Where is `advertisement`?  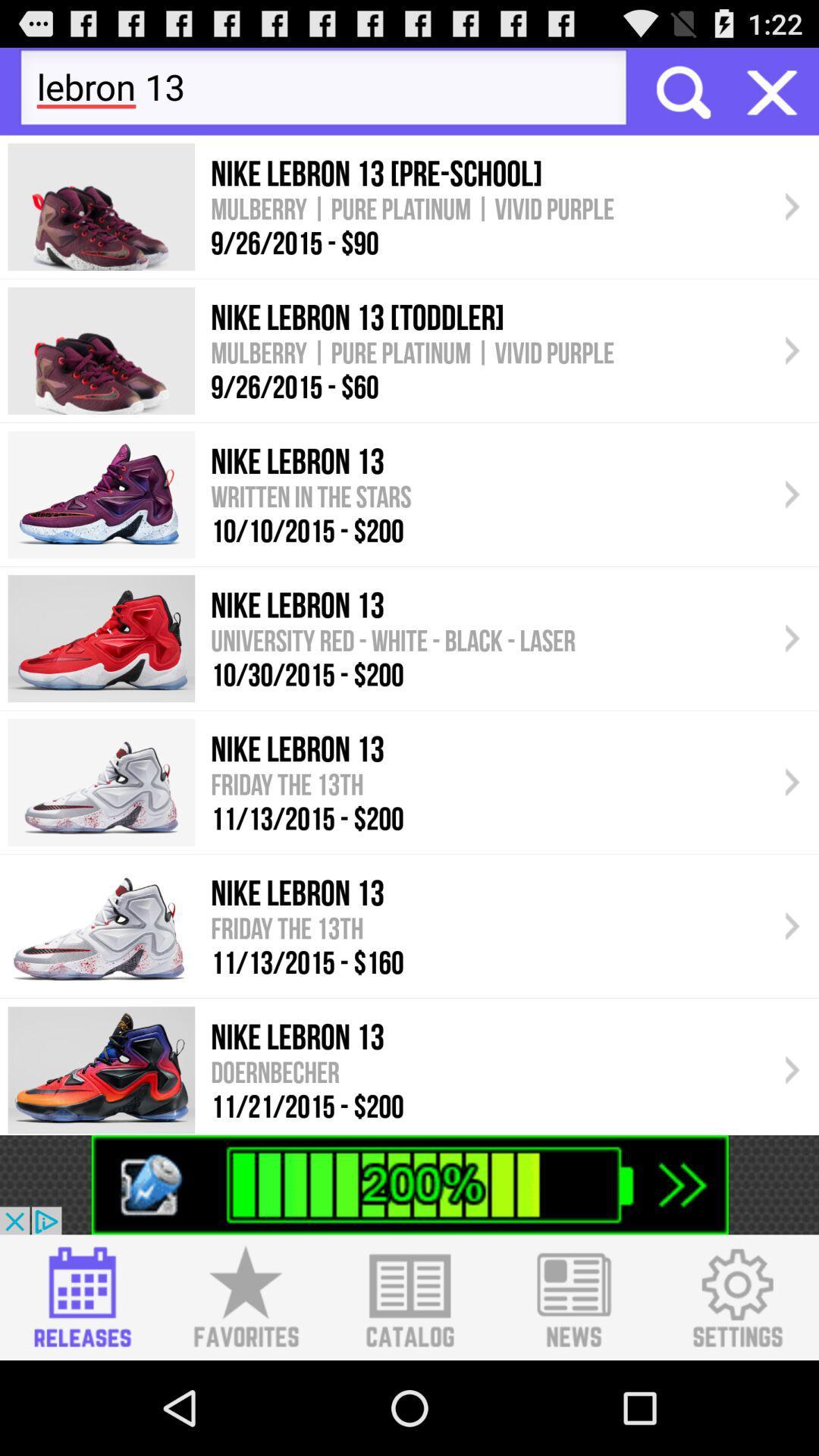
advertisement is located at coordinates (409, 1184).